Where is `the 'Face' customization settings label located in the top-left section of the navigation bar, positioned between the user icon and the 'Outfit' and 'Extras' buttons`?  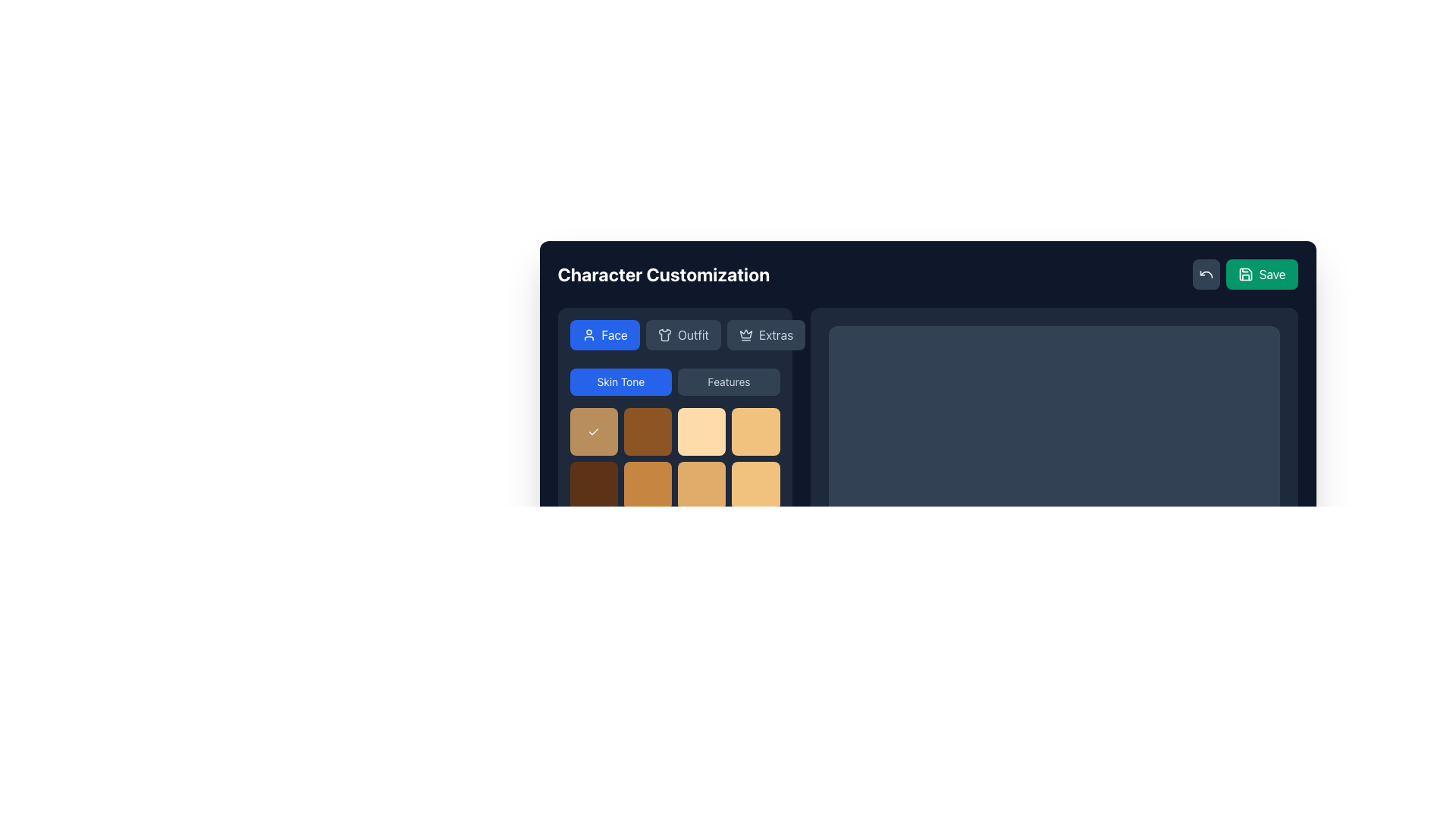 the 'Face' customization settings label located in the top-left section of the navigation bar, positioned between the user icon and the 'Outfit' and 'Extras' buttons is located at coordinates (614, 334).